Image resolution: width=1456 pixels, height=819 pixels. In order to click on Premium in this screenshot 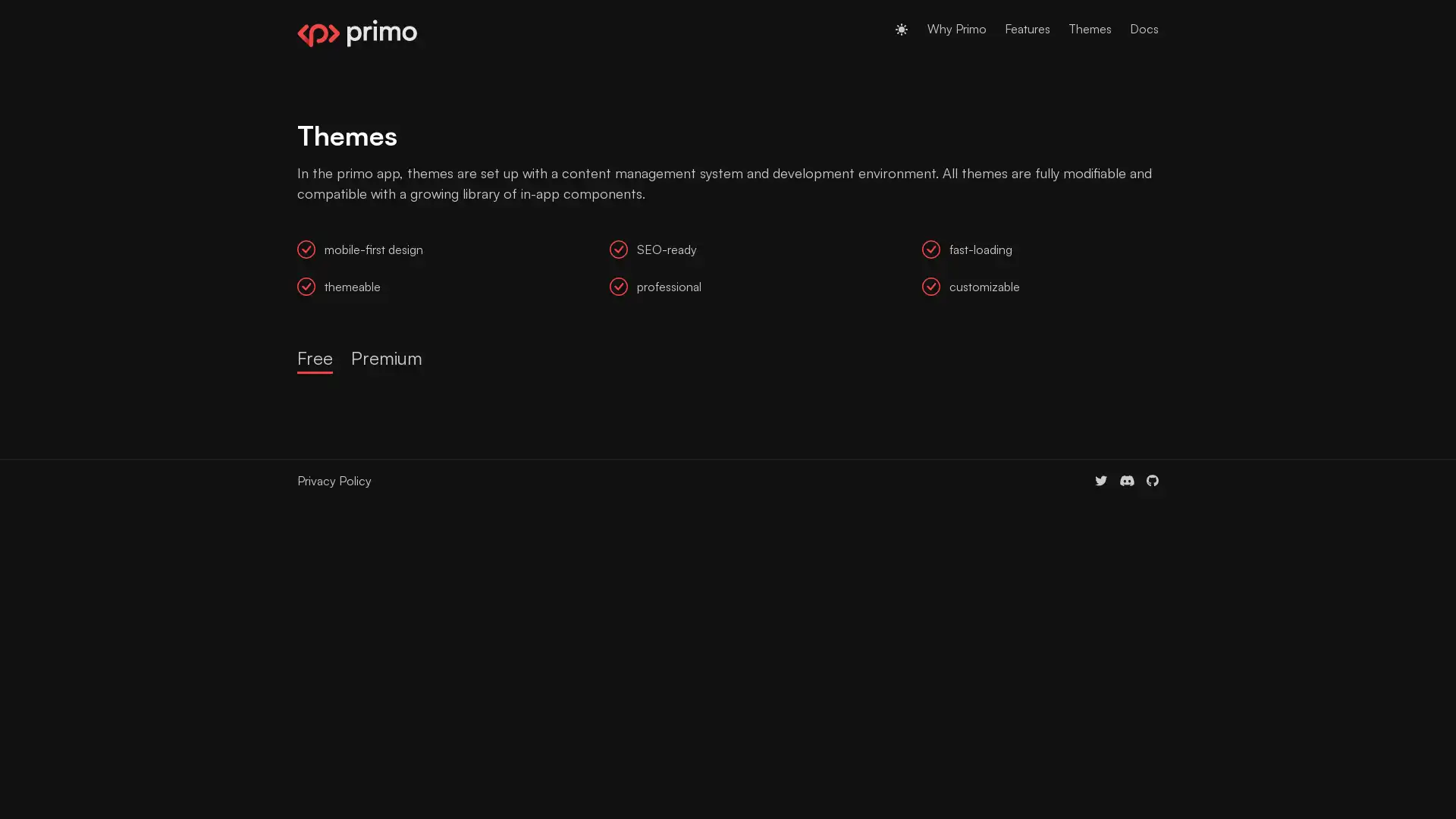, I will do `click(386, 359)`.